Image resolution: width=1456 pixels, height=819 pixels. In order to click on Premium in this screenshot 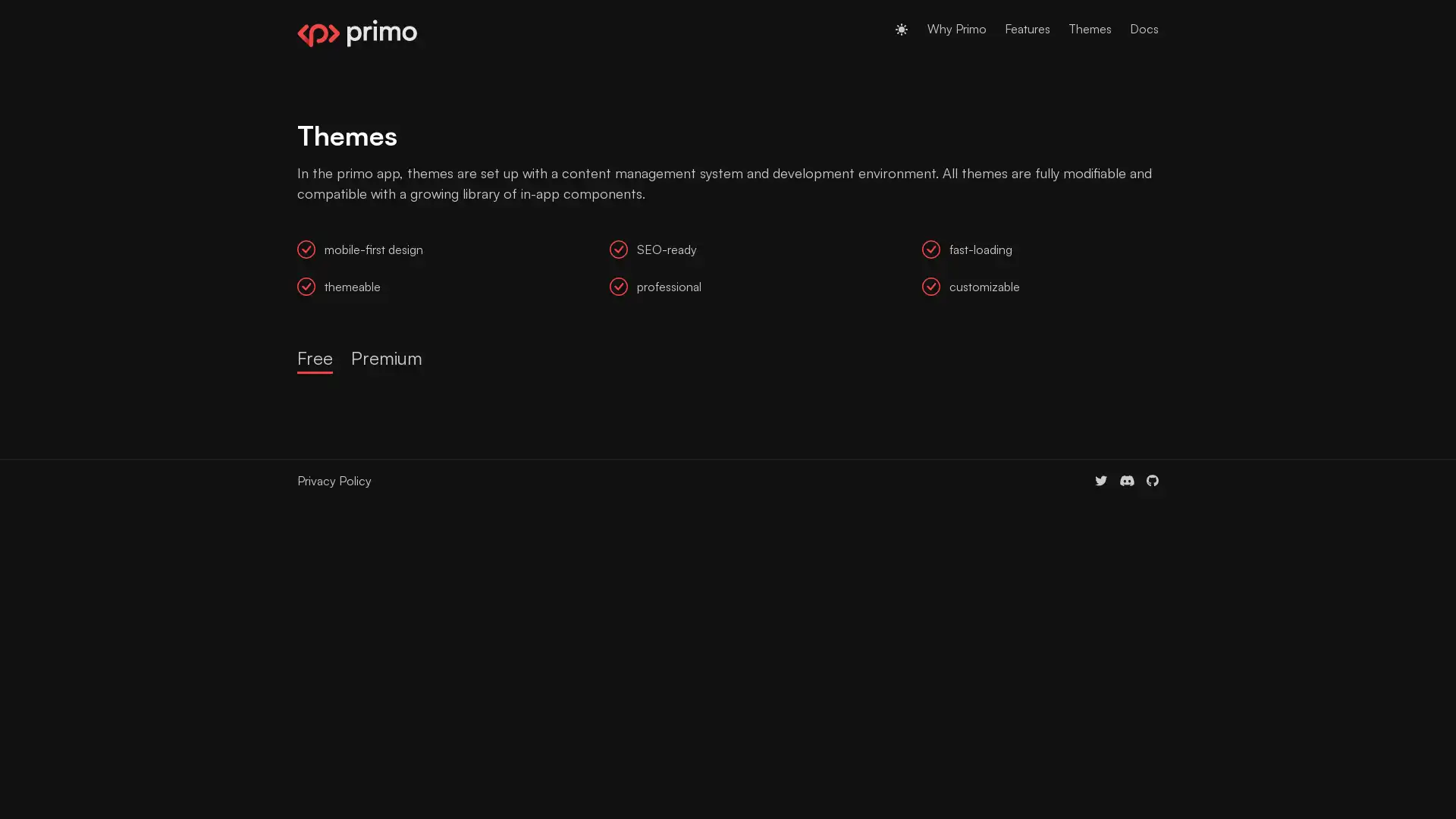, I will do `click(386, 359)`.